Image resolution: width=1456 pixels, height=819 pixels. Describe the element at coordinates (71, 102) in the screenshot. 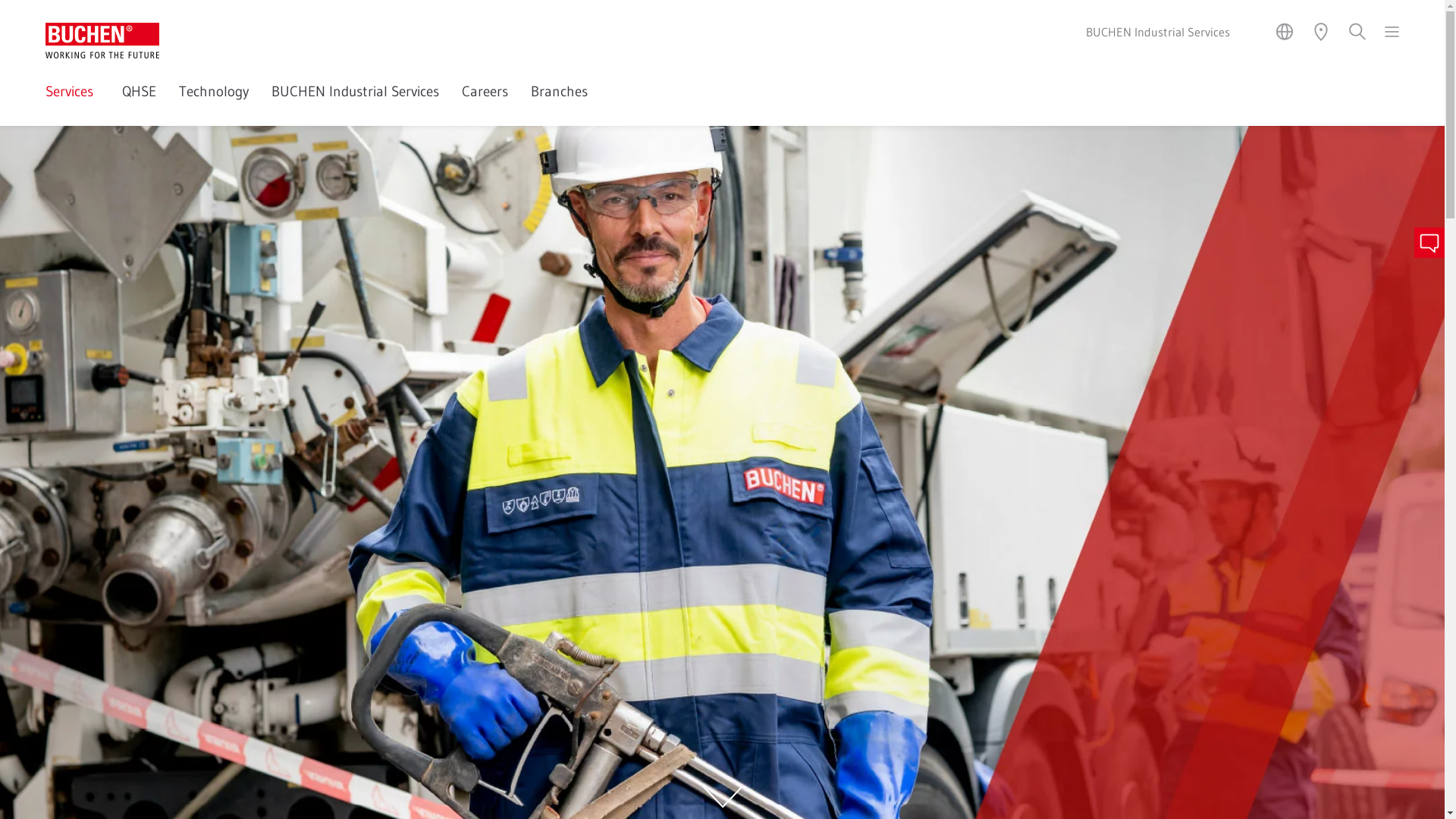

I see `'Services '` at that location.